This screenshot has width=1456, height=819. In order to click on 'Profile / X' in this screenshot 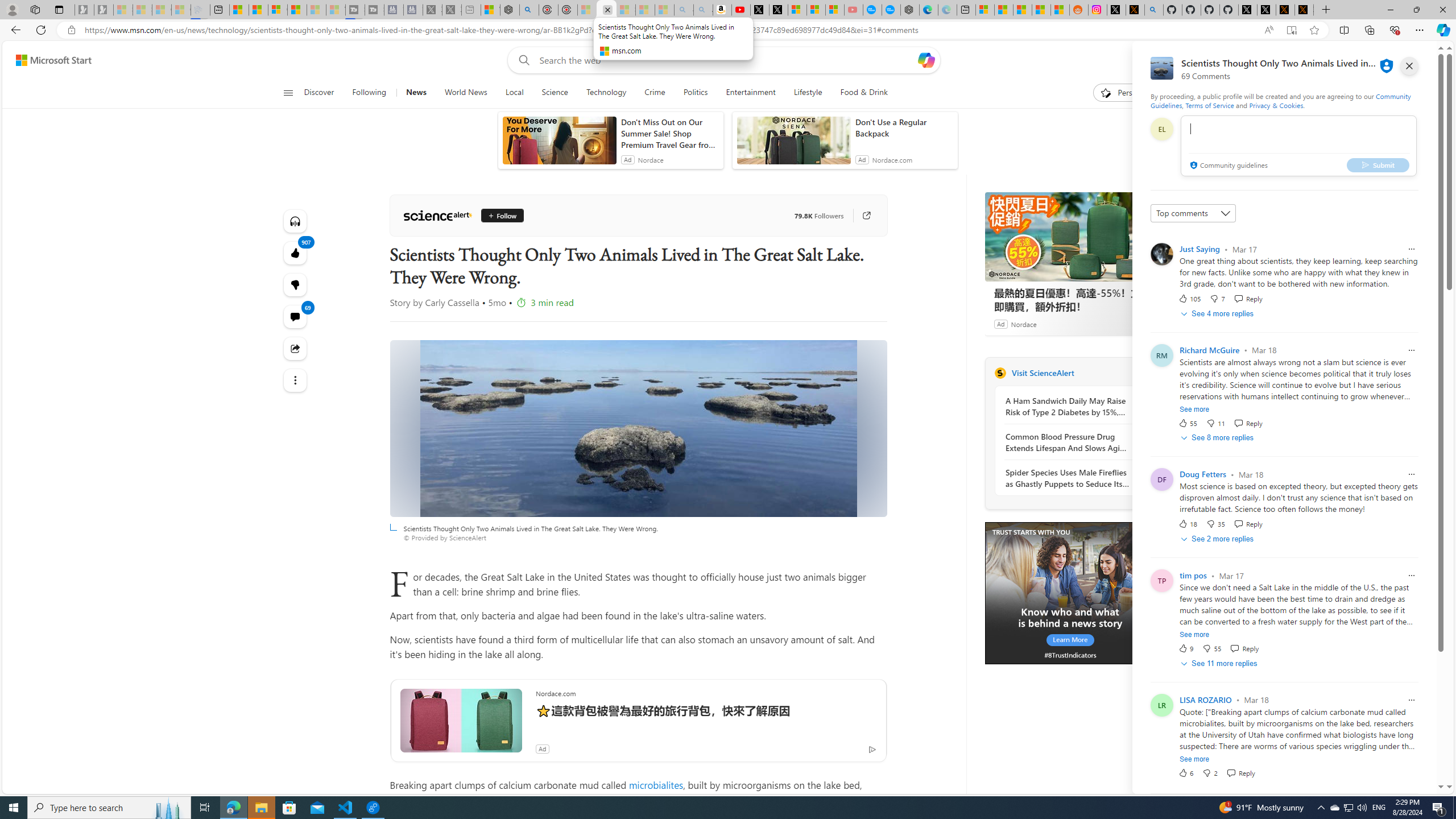, I will do `click(1247, 9)`.